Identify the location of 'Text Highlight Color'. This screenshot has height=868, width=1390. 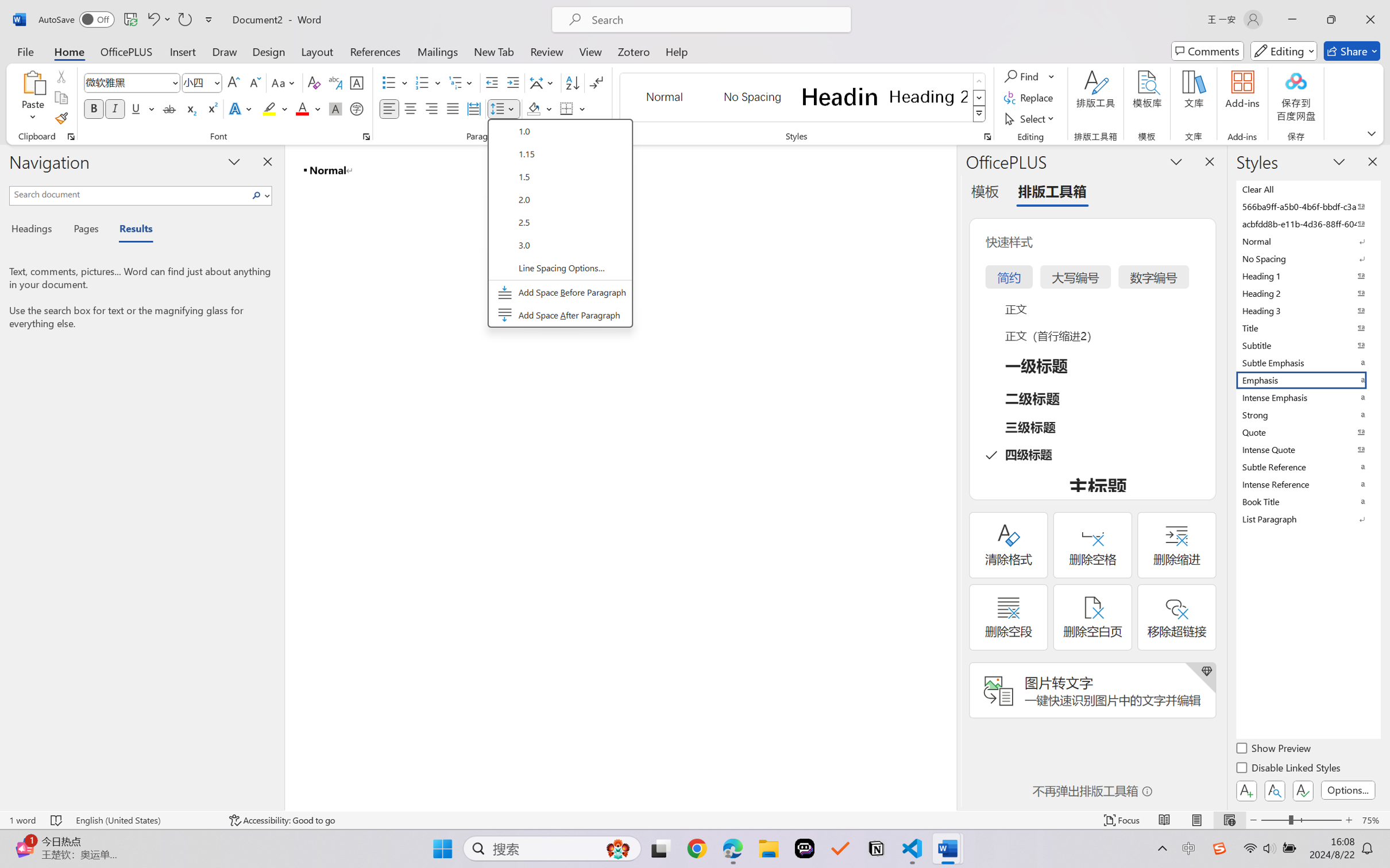
(274, 108).